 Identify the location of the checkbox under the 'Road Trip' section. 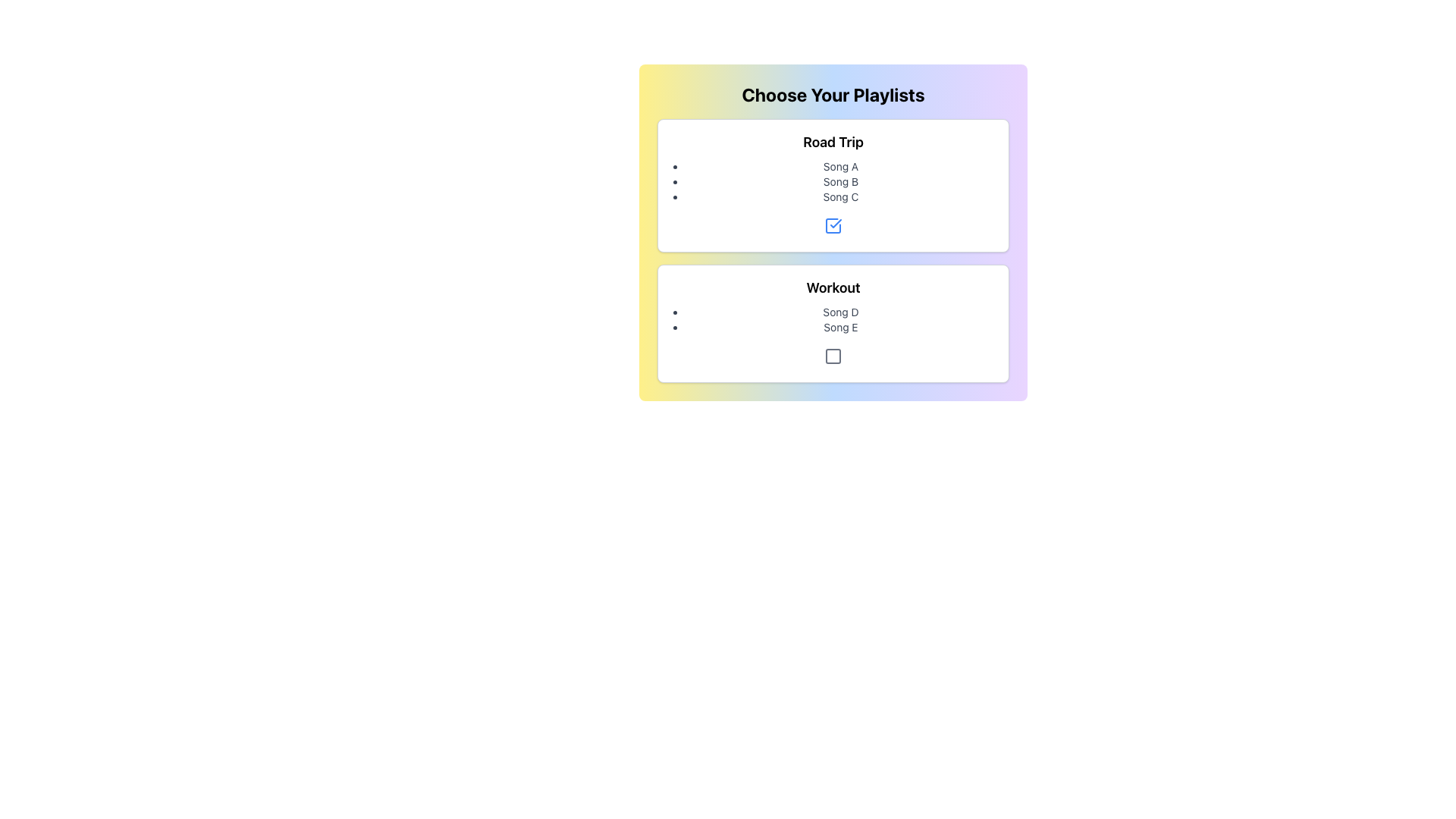
(833, 225).